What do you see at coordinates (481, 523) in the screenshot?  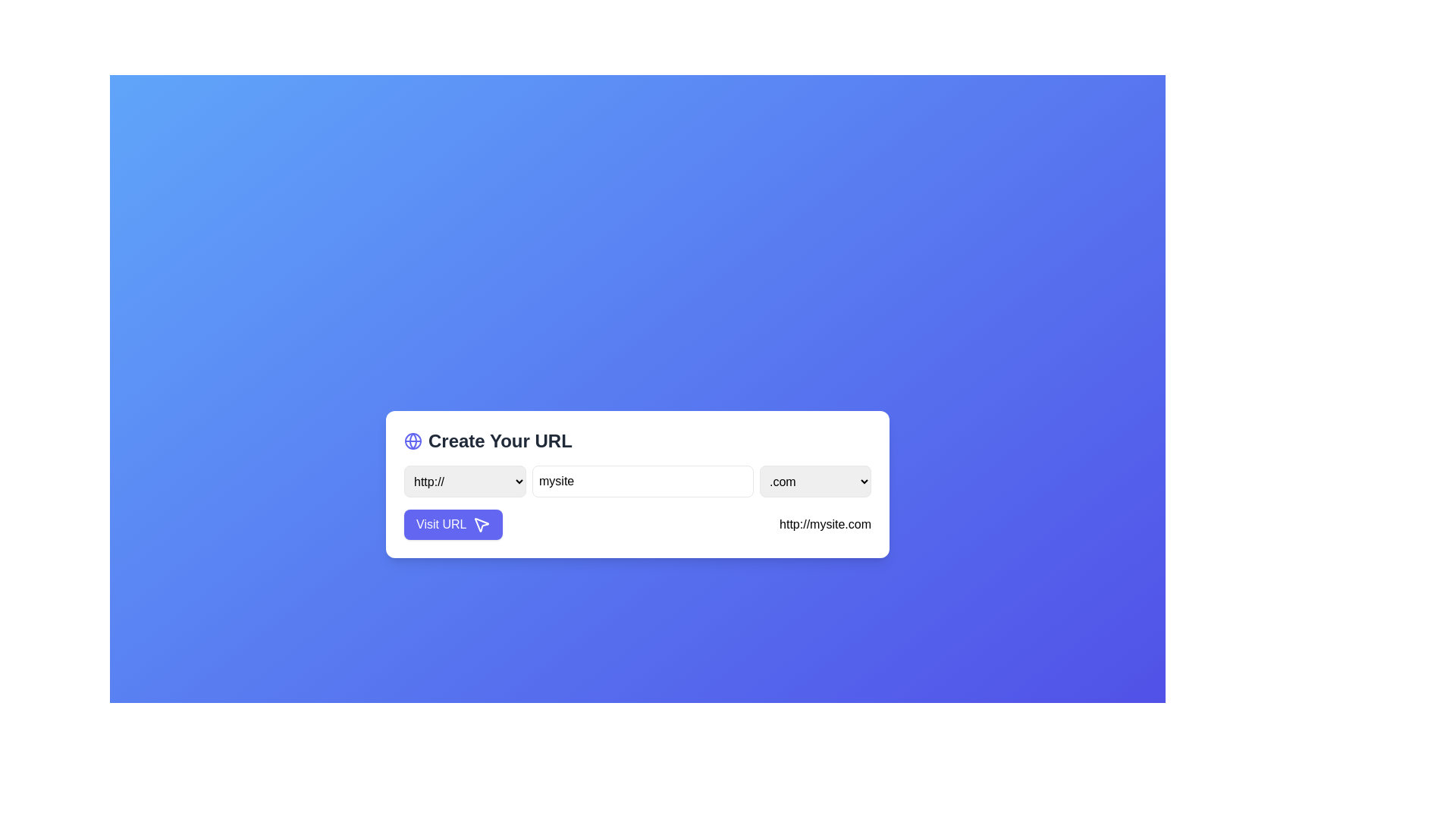 I see `the mouse pointer icon within the 'Visit URL' button, located prominently in the lower center of the interface with a purple background` at bounding box center [481, 523].